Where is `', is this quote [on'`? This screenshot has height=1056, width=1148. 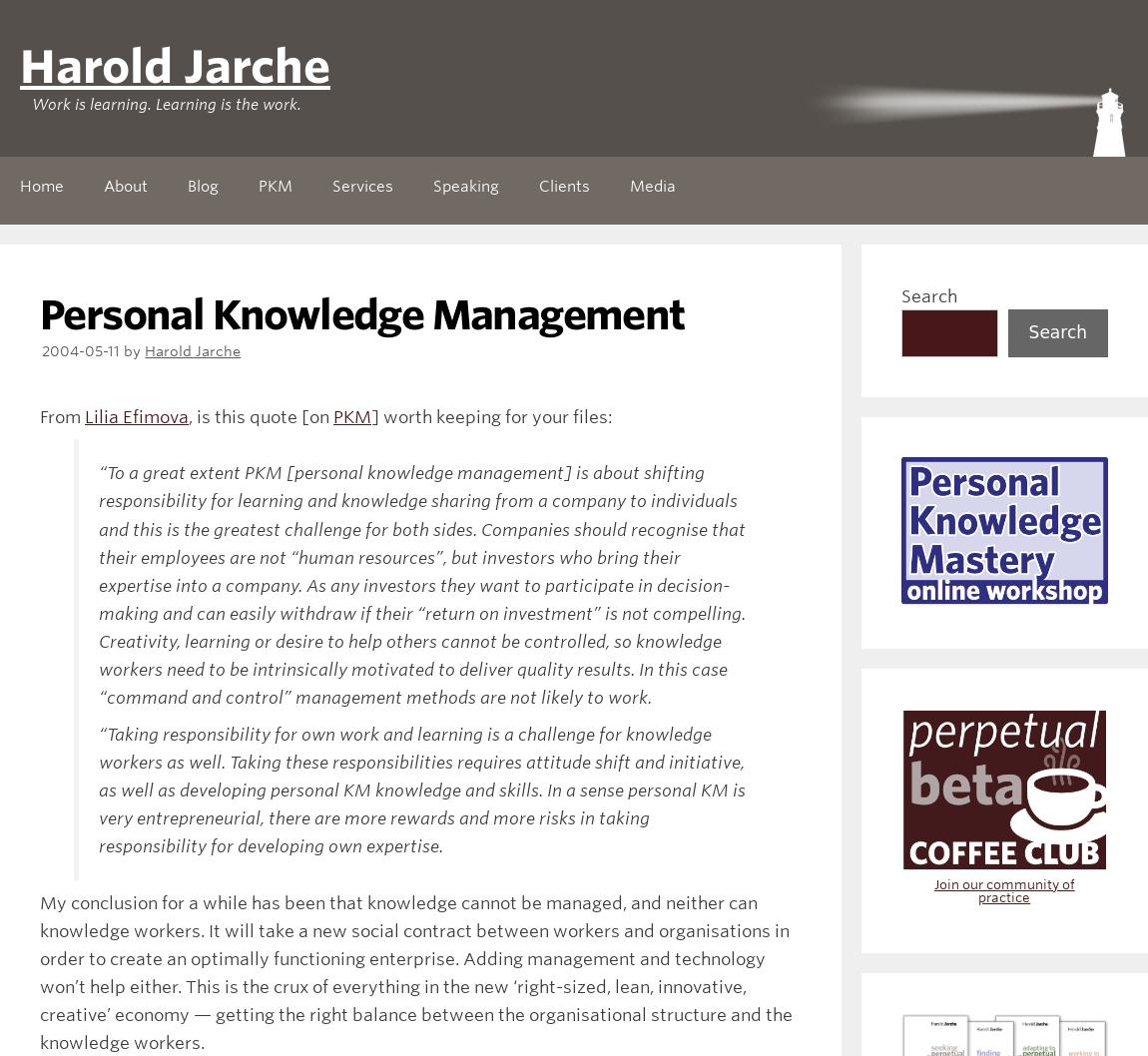 ', is this quote [on' is located at coordinates (260, 417).